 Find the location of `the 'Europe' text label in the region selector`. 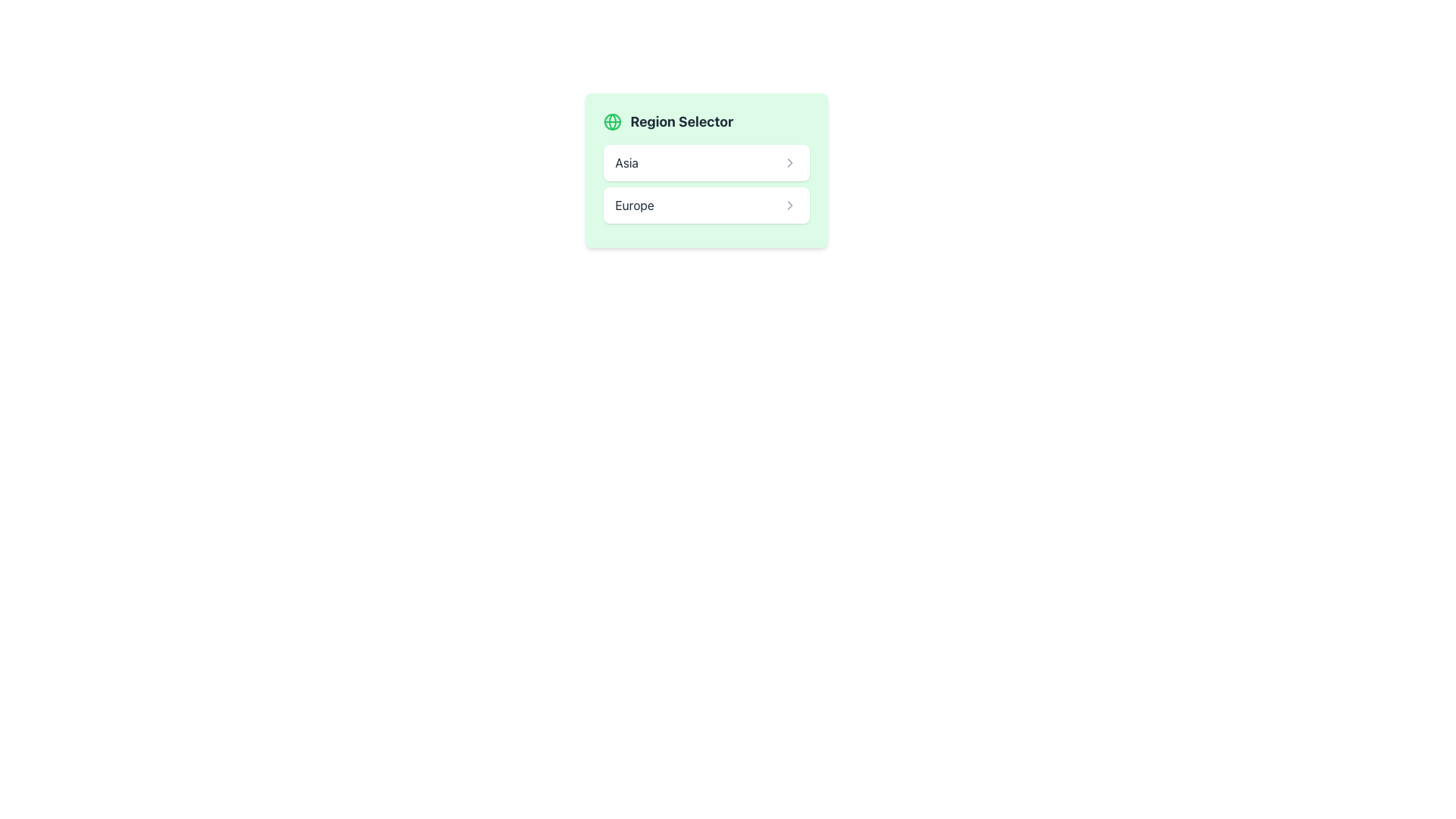

the 'Europe' text label in the region selector is located at coordinates (635, 205).